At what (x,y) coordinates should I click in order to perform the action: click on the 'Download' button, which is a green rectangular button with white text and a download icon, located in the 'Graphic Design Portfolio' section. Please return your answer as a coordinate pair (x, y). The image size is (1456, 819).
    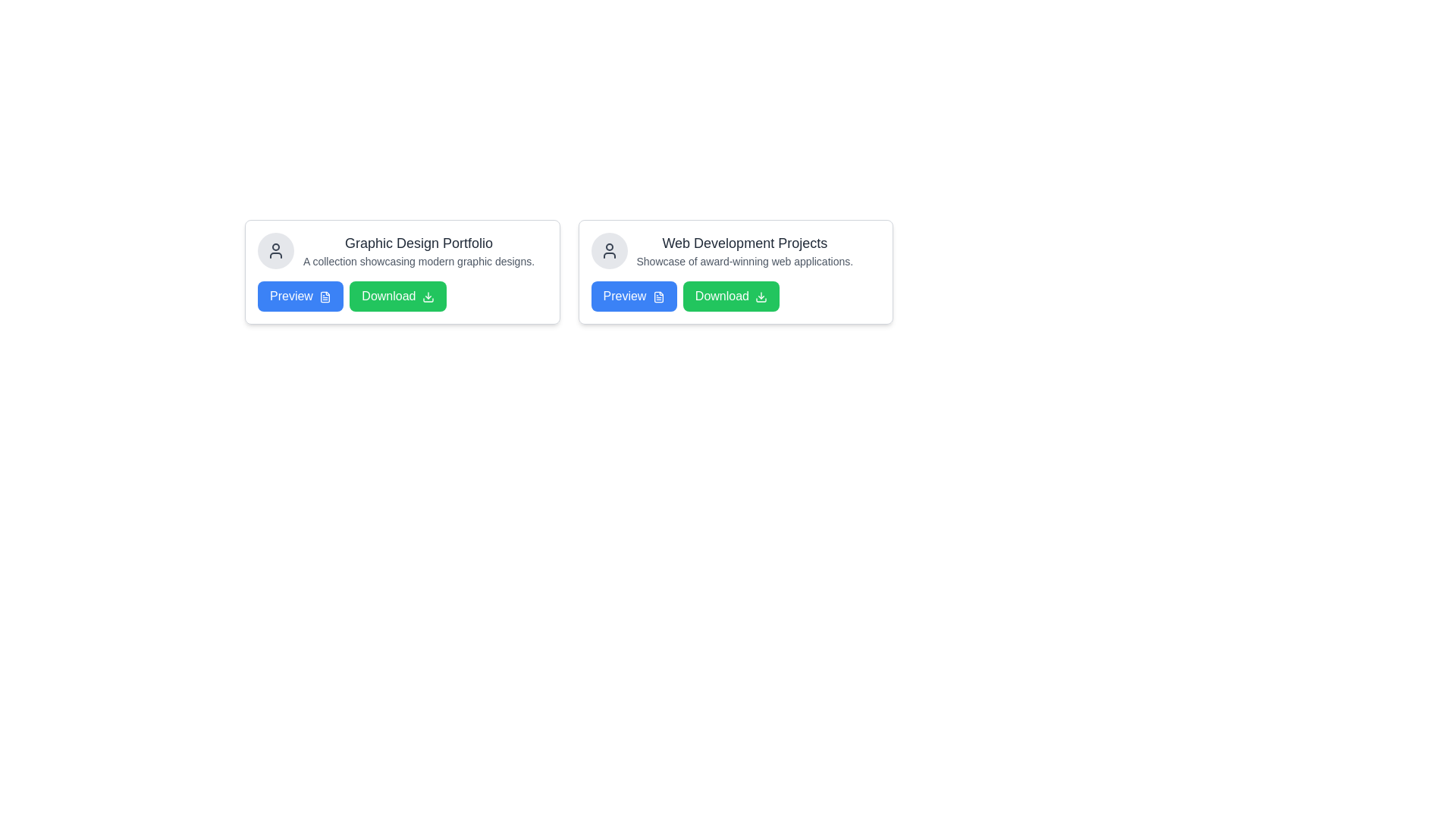
    Looking at the image, I should click on (398, 296).